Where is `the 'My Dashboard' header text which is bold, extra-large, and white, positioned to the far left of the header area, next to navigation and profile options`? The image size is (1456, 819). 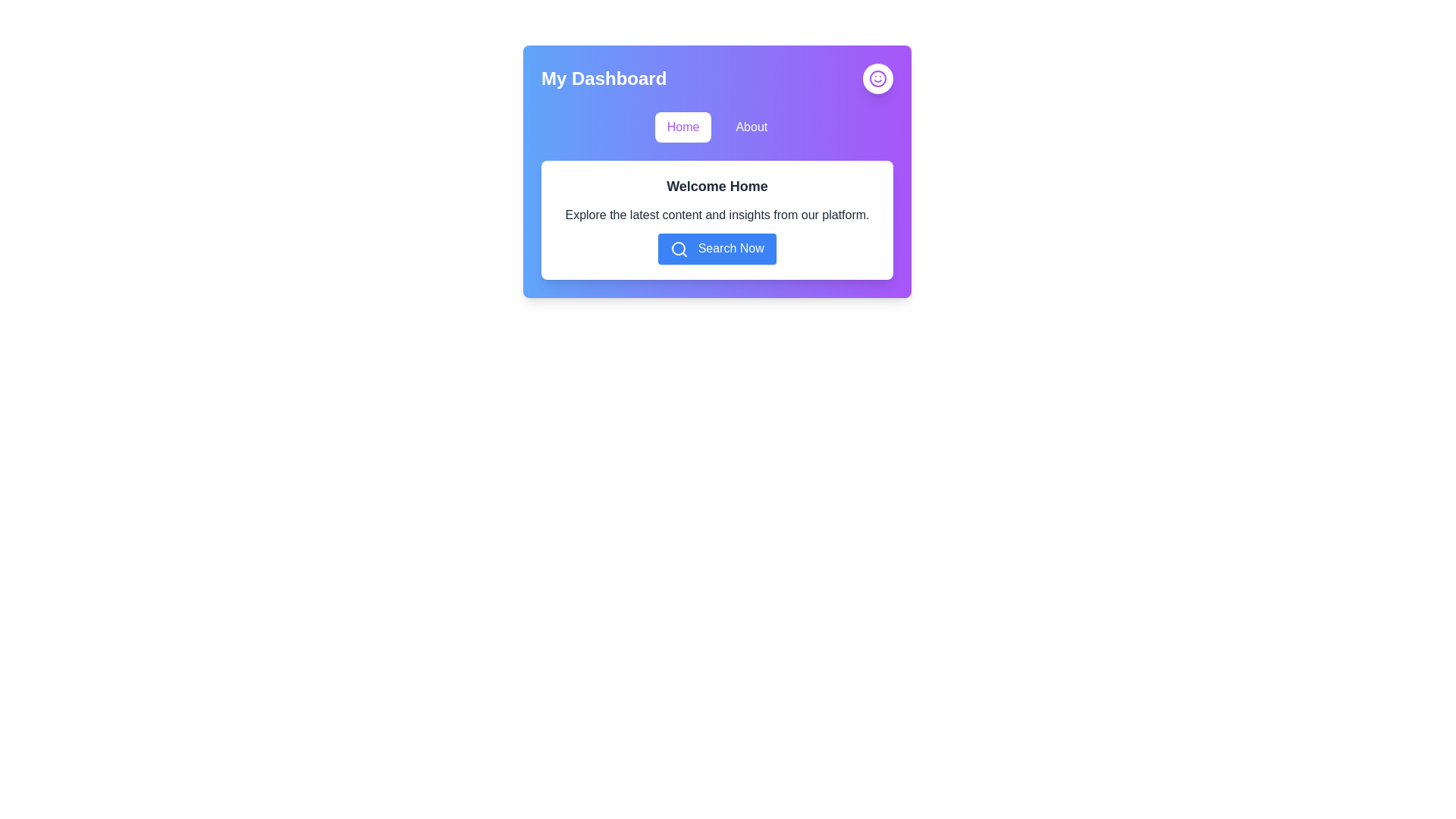 the 'My Dashboard' header text which is bold, extra-large, and white, positioned to the far left of the header area, next to navigation and profile options is located at coordinates (603, 79).